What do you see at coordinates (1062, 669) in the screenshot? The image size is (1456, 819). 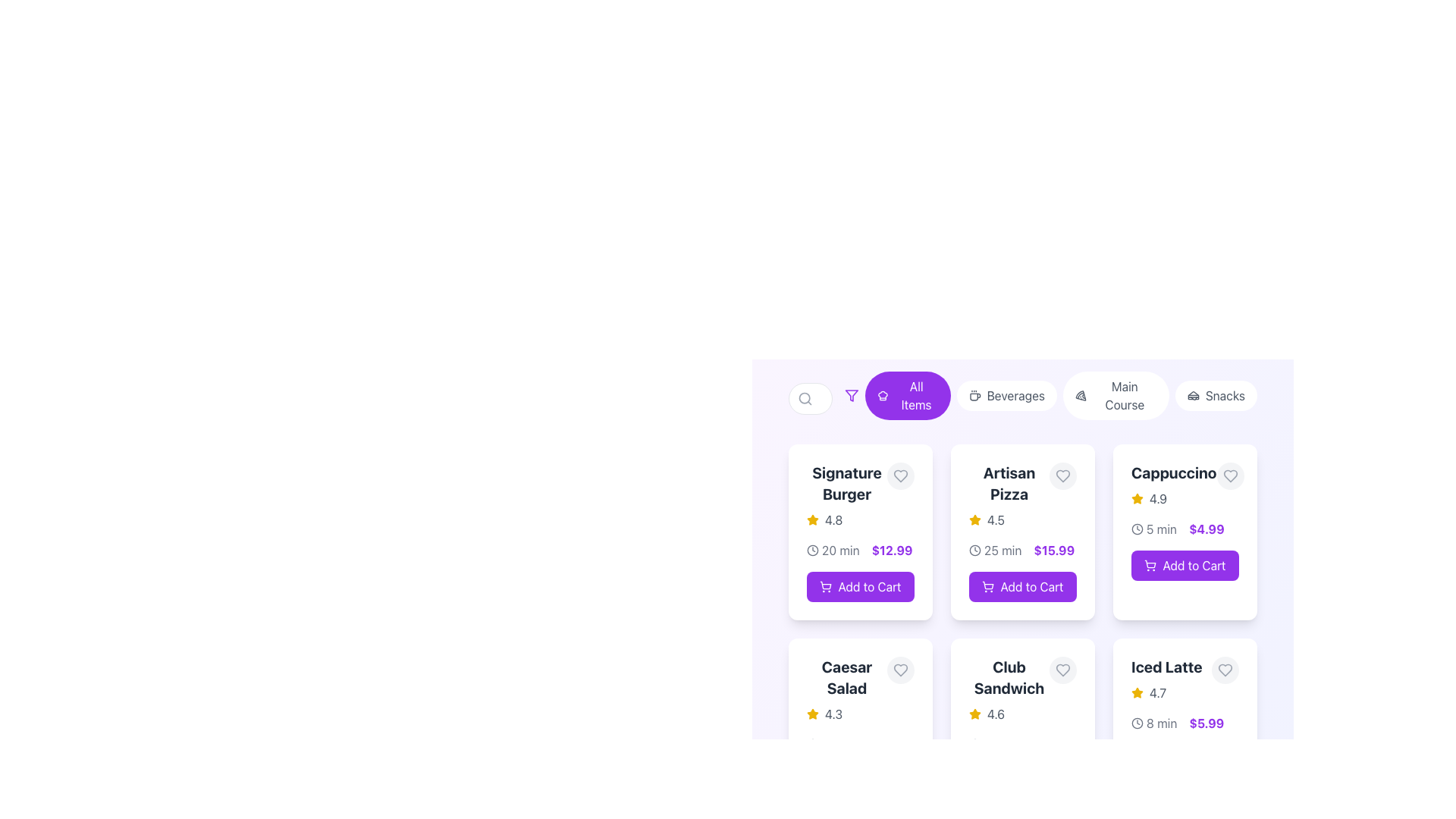 I see `the heart icon within the round button located in the top-right corner of the 'Club Sandwich' card` at bounding box center [1062, 669].